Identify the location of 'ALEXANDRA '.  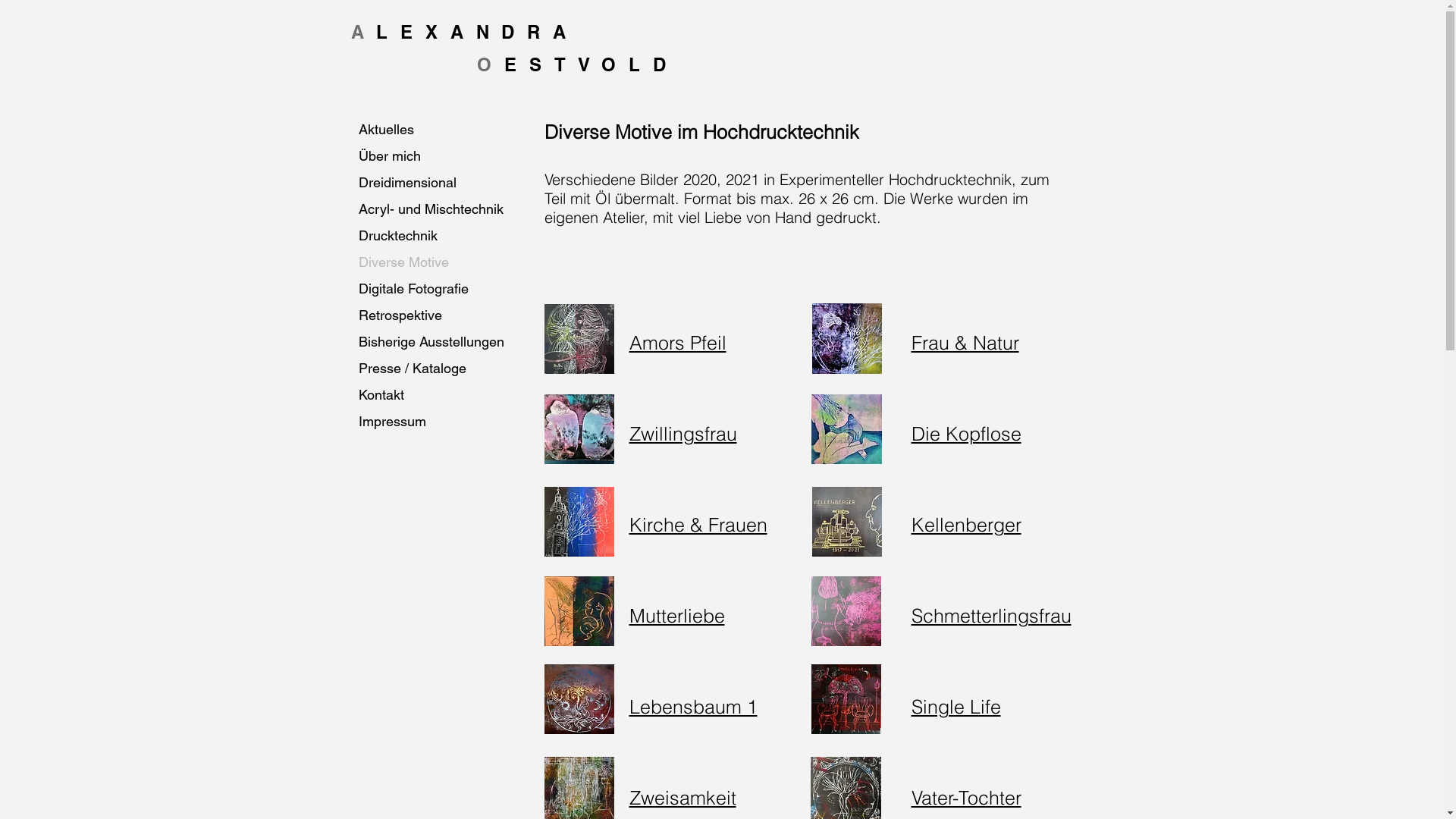
(472, 32).